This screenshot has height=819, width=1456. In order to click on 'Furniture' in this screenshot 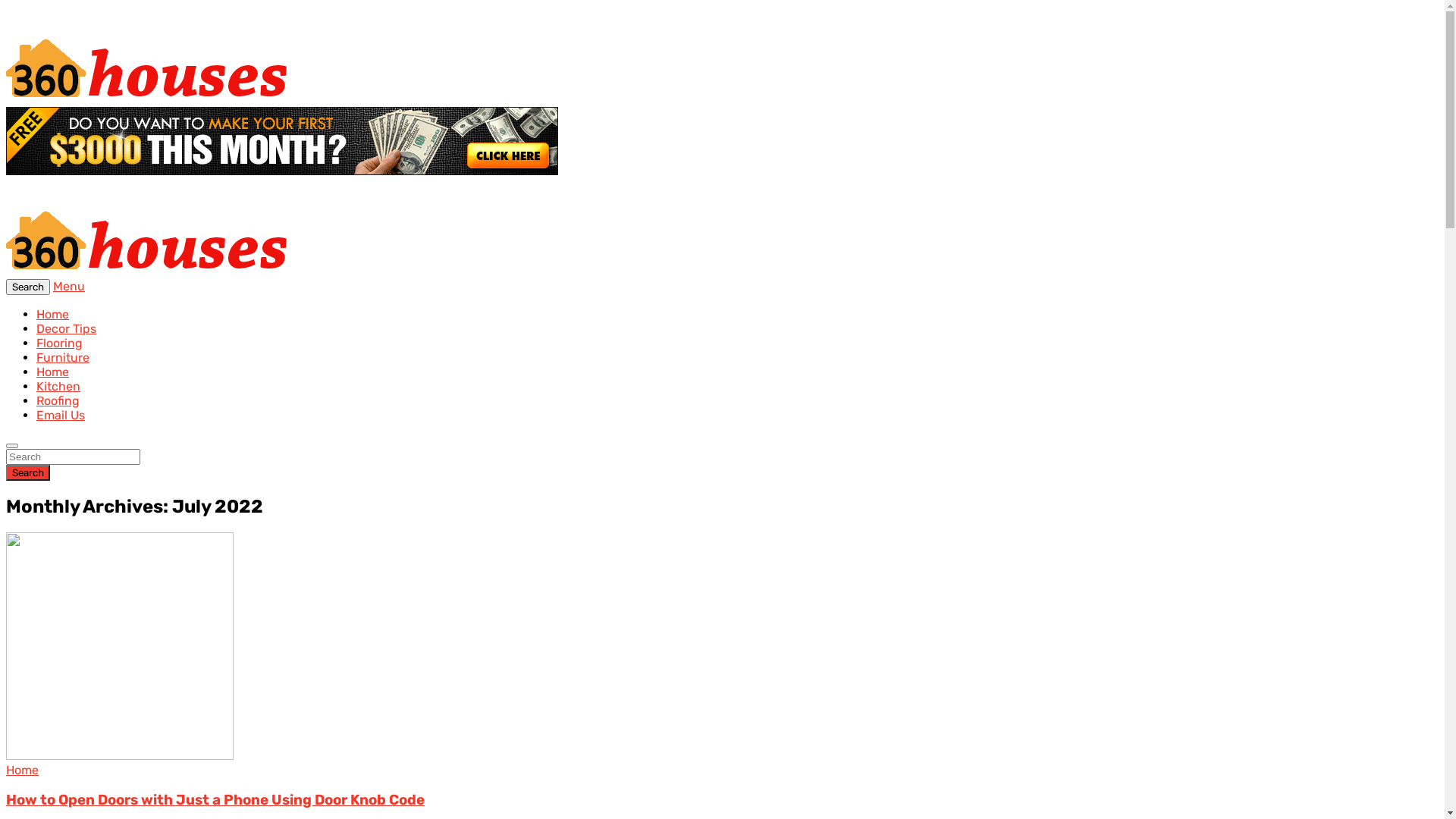, I will do `click(61, 357)`.